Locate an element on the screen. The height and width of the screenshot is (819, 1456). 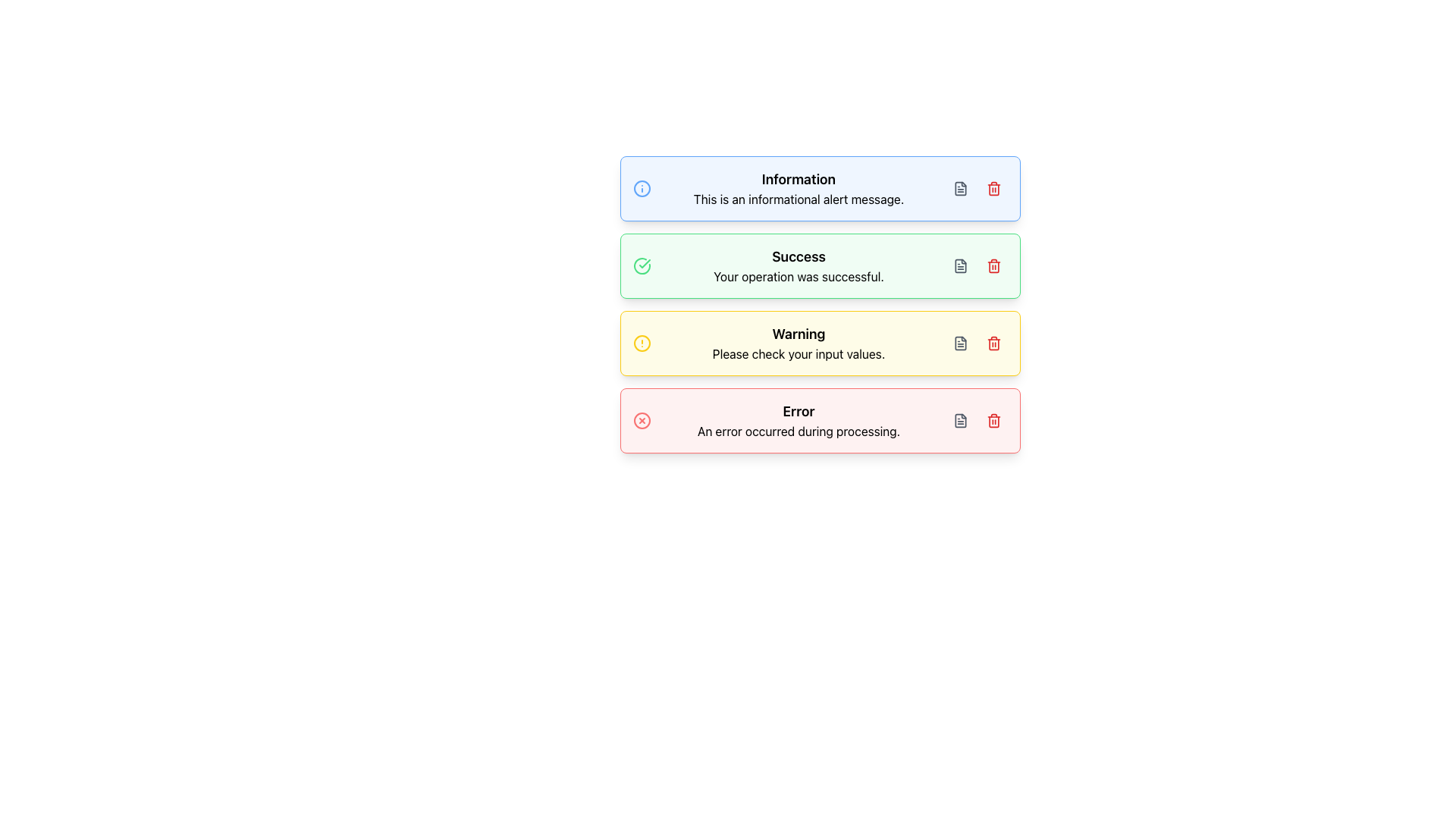
warning message from the alert box with a yellow background and red border, containing the title 'Warning' and message 'Please check your input values.' is located at coordinates (819, 343).